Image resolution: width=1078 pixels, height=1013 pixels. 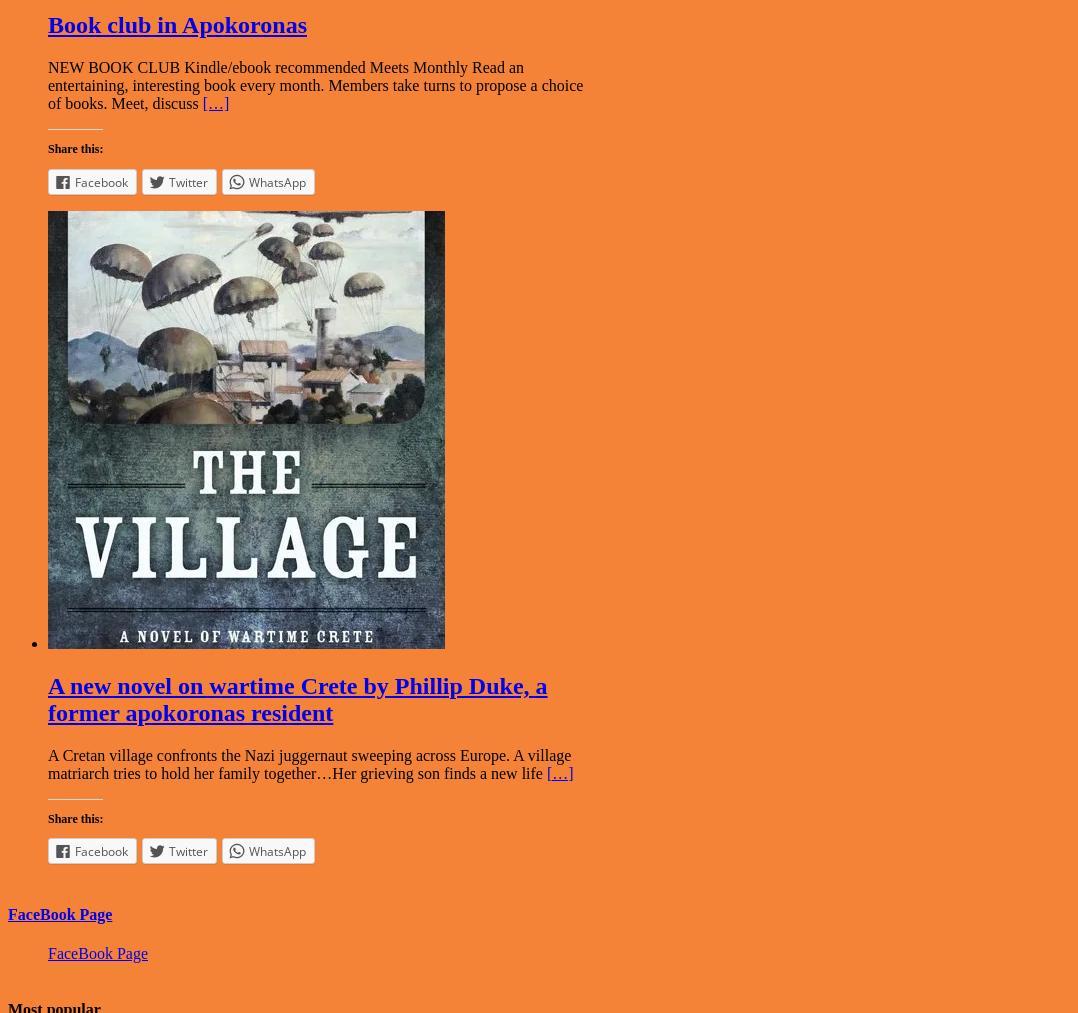 I want to click on 'Book club in Apokoronas', so click(x=176, y=24).